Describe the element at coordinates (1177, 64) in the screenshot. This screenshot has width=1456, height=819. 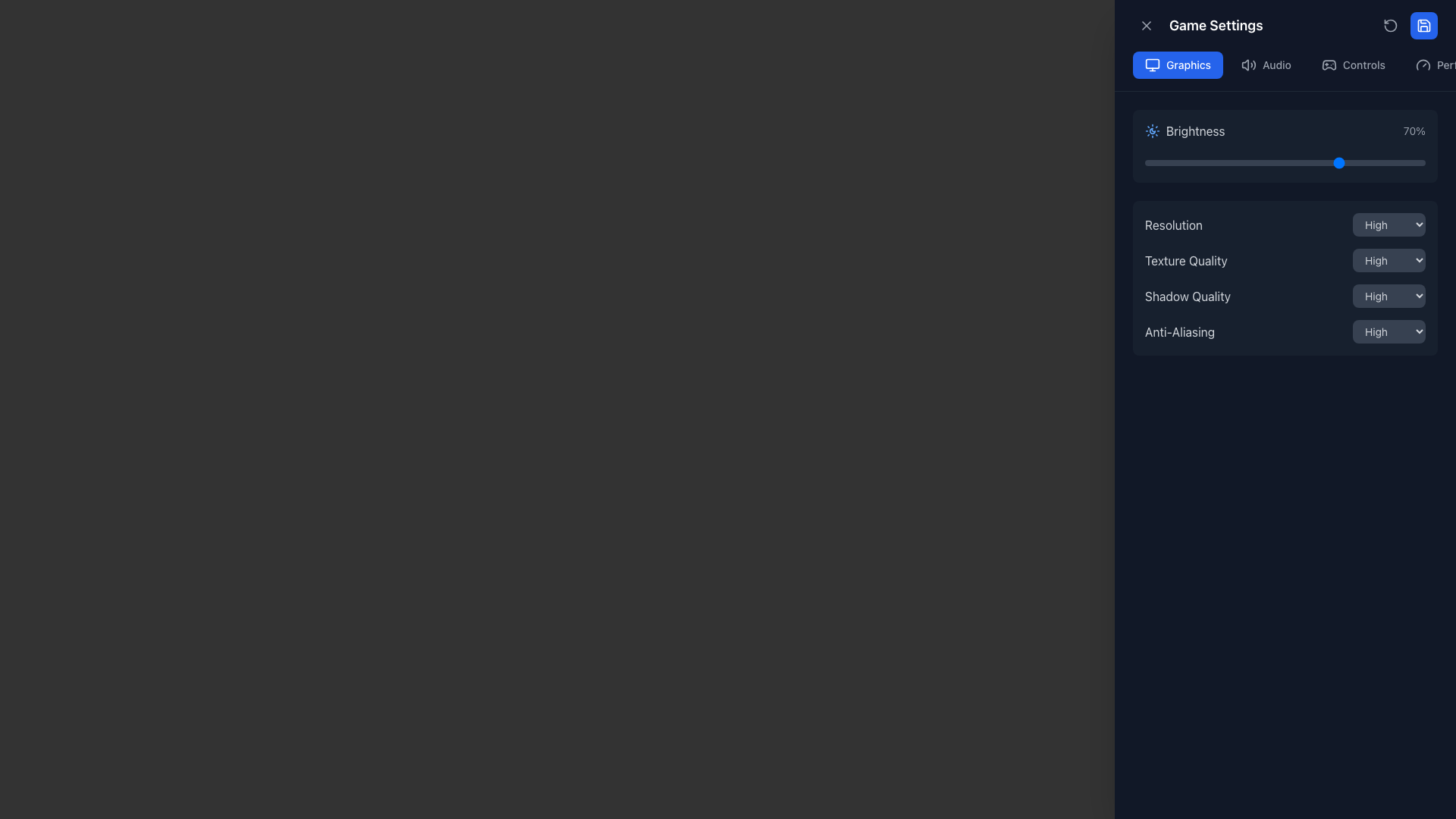
I see `the 'Graphics' settings button located at the top of the interface, which is the first selectable button in a row of buttons including 'Audio', 'Controls', and 'Performance'` at that location.